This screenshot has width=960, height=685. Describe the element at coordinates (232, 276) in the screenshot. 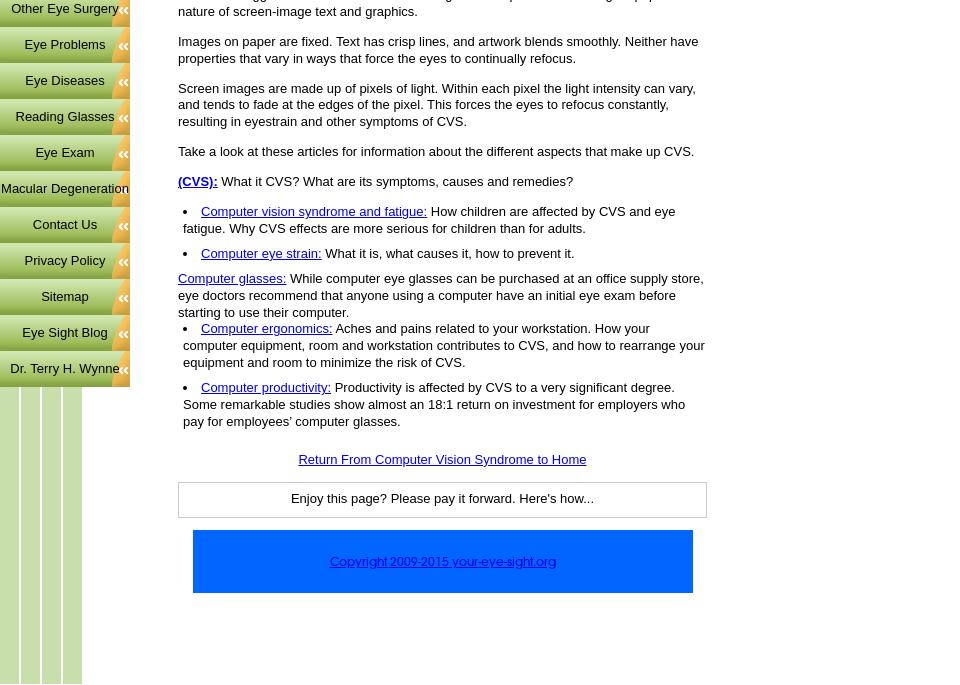

I see `'Computer glasses:'` at that location.